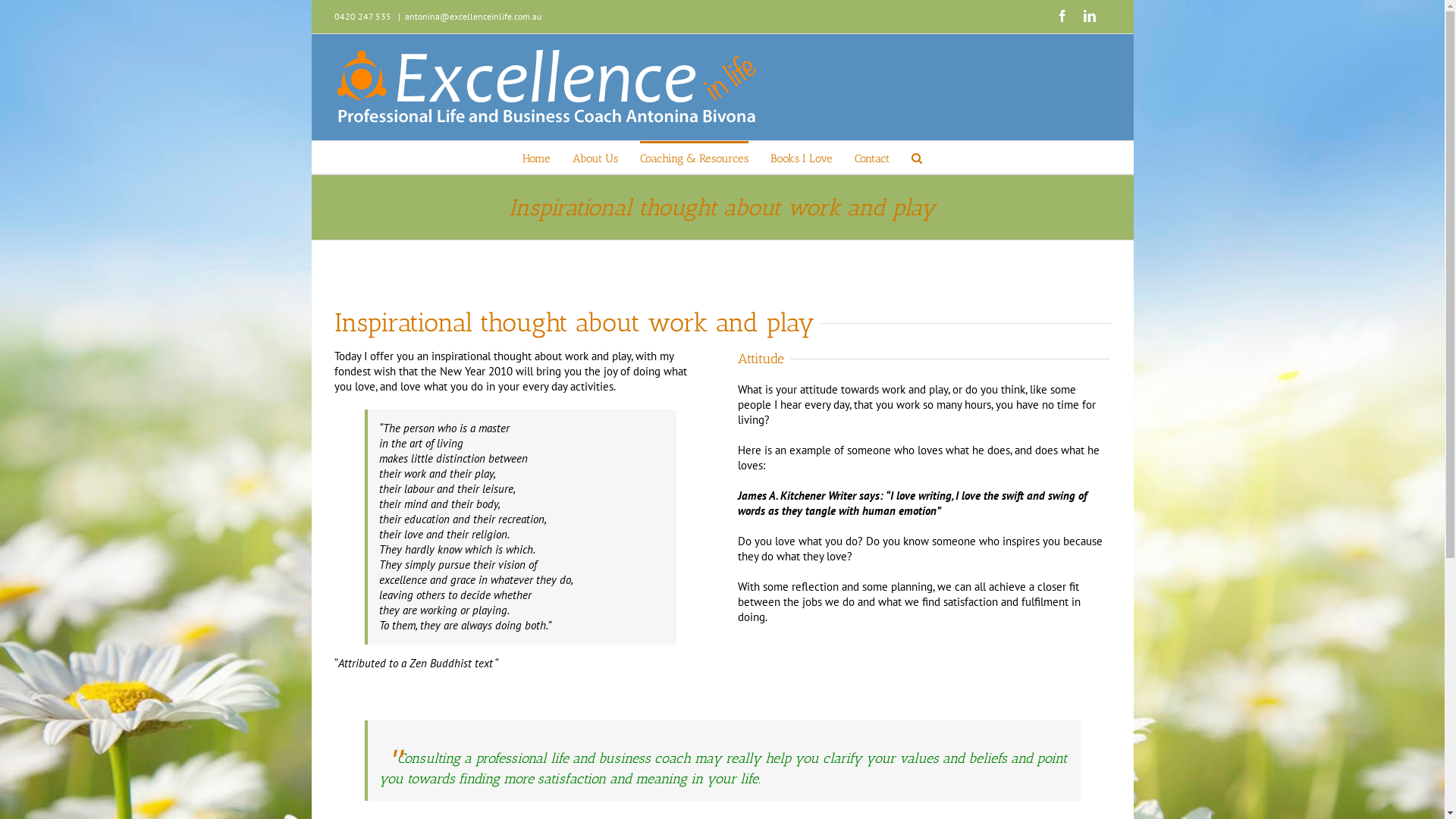  What do you see at coordinates (595, 157) in the screenshot?
I see `'About Us'` at bounding box center [595, 157].